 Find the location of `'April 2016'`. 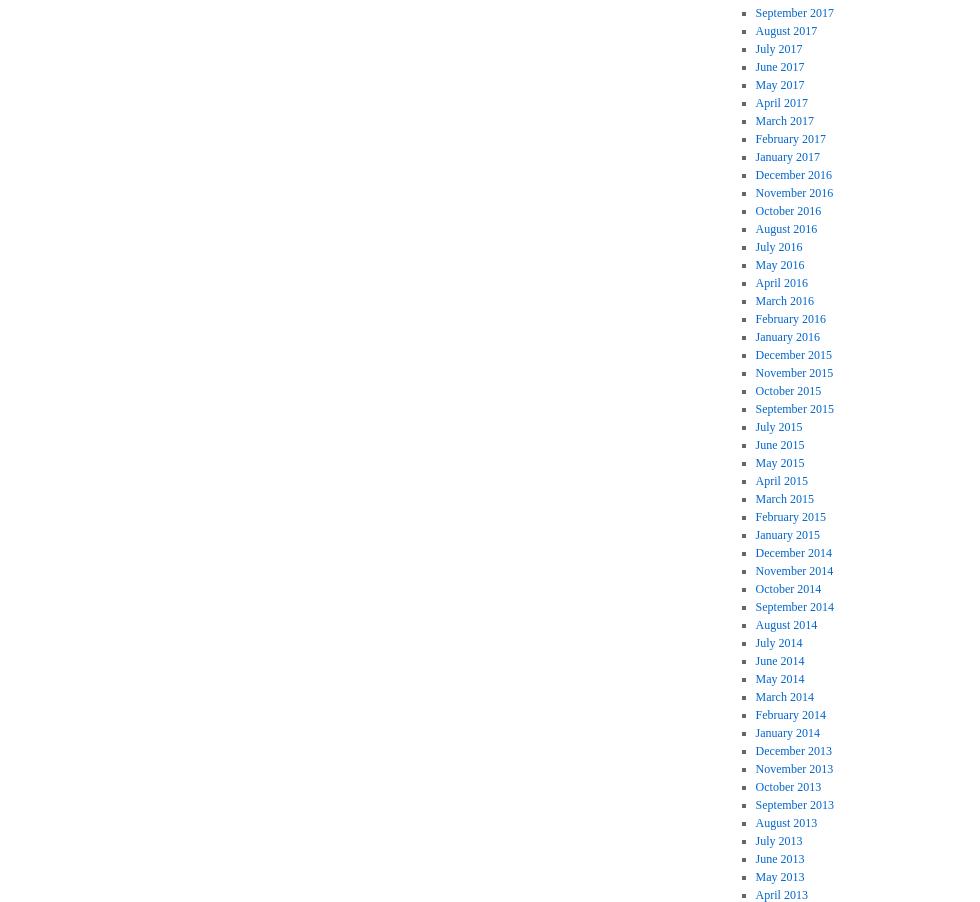

'April 2016' is located at coordinates (780, 281).